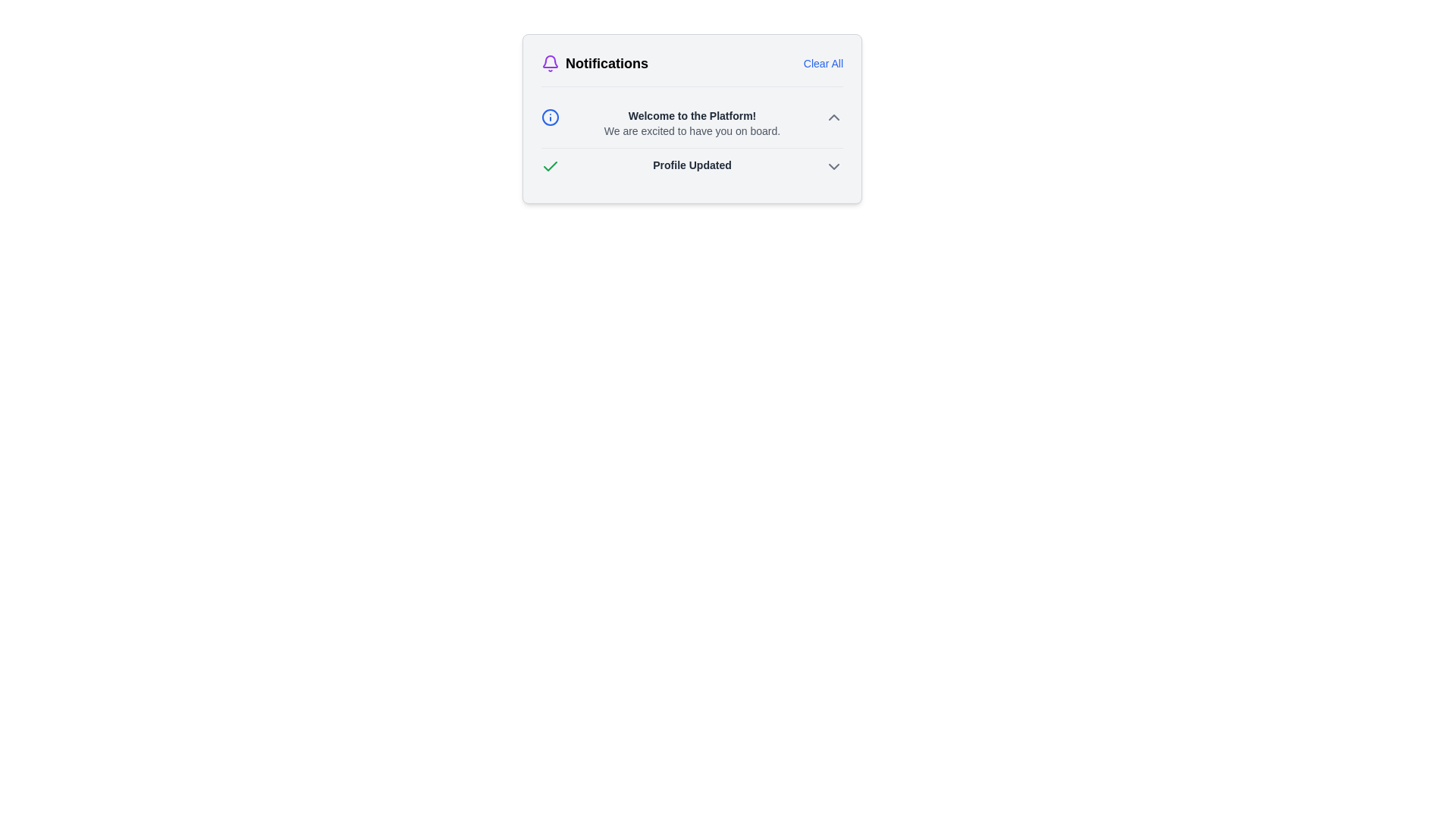  Describe the element at coordinates (691, 122) in the screenshot. I see `message from the Notification panel item that displays a welcoming message, located above the 'Profile Updated' notification and under the 'Notifications' header` at that location.